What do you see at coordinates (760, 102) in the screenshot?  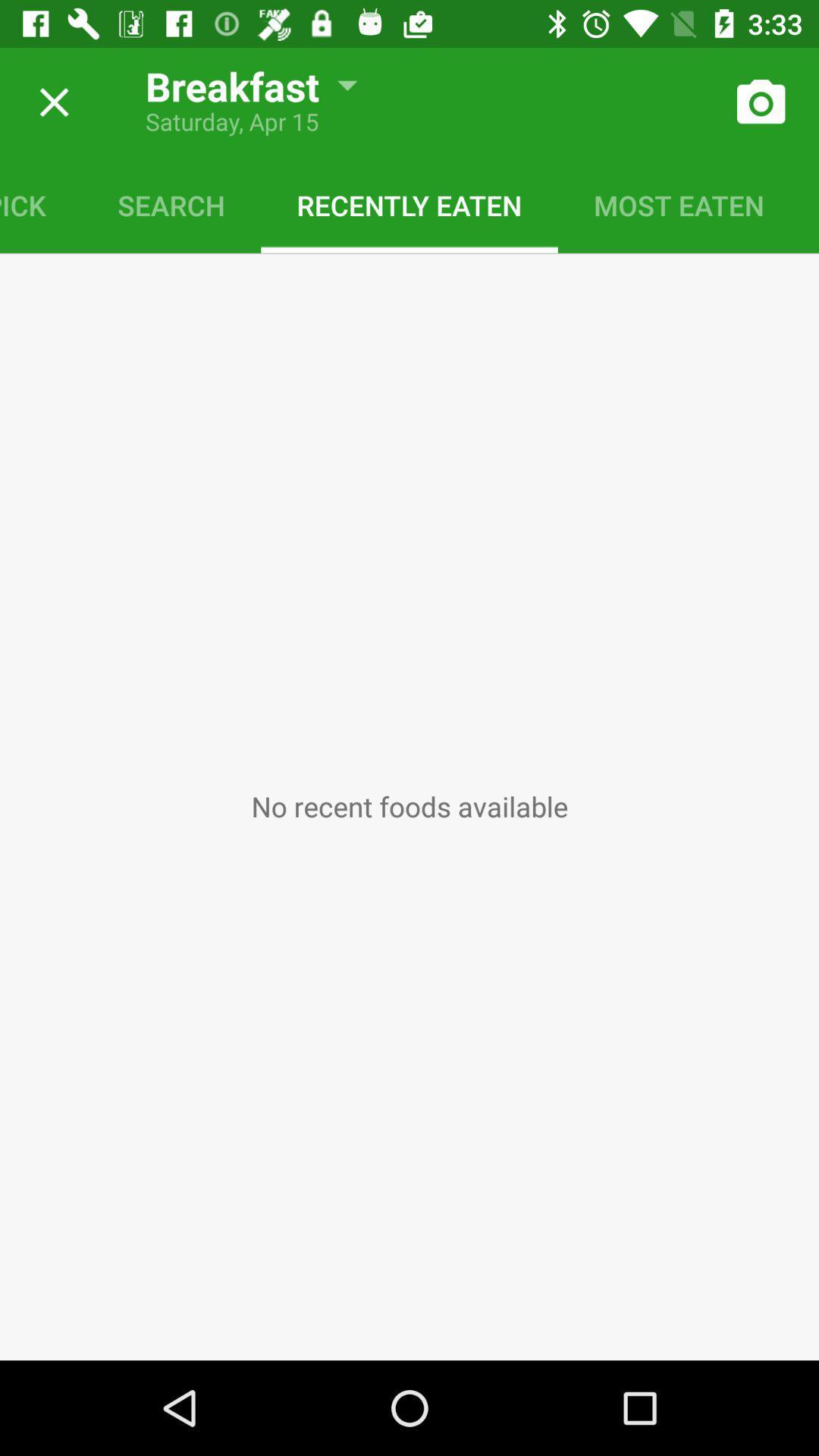 I see `take photo` at bounding box center [760, 102].